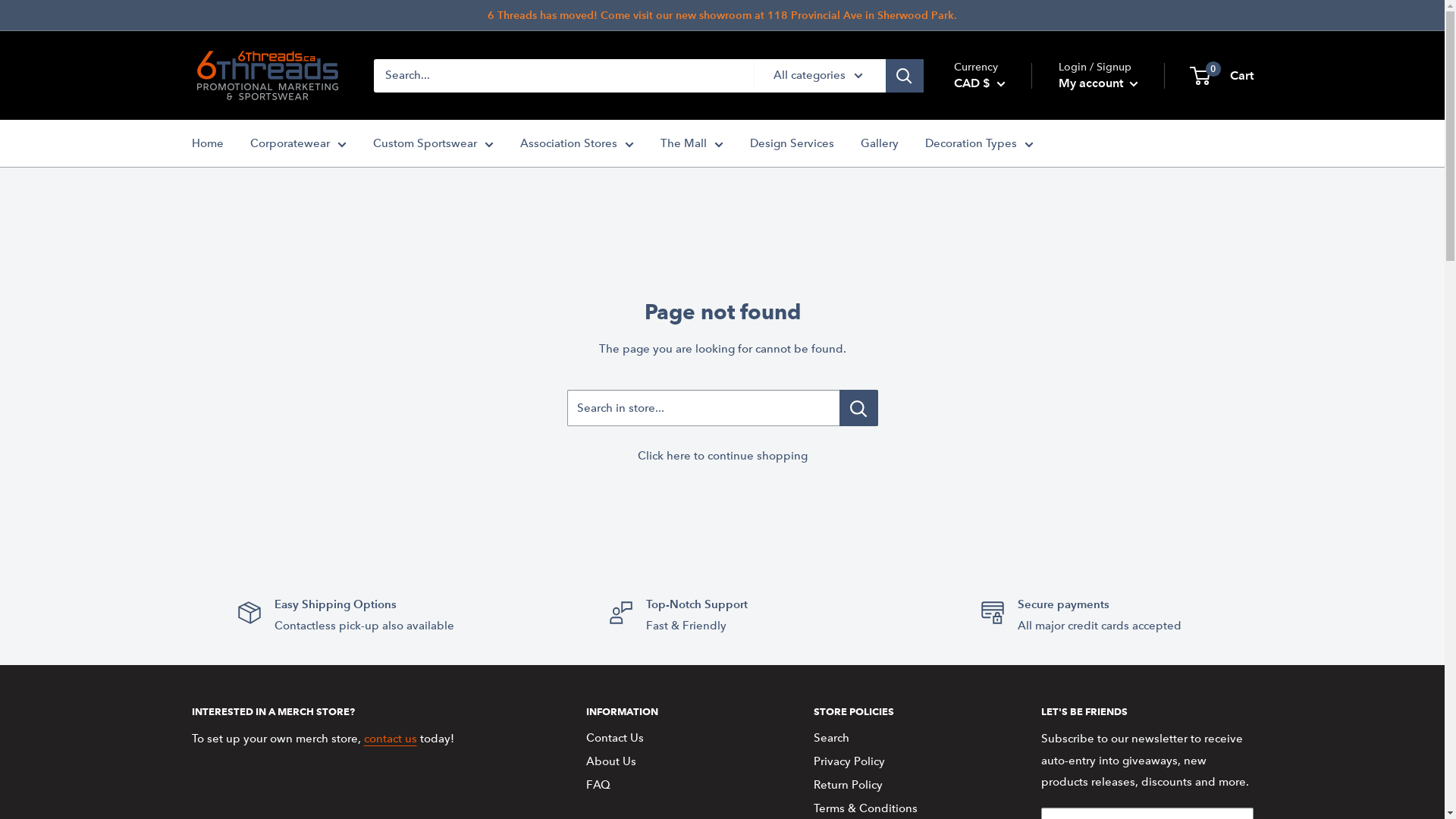  What do you see at coordinates (432, 143) in the screenshot?
I see `'Custom Sportswear'` at bounding box center [432, 143].